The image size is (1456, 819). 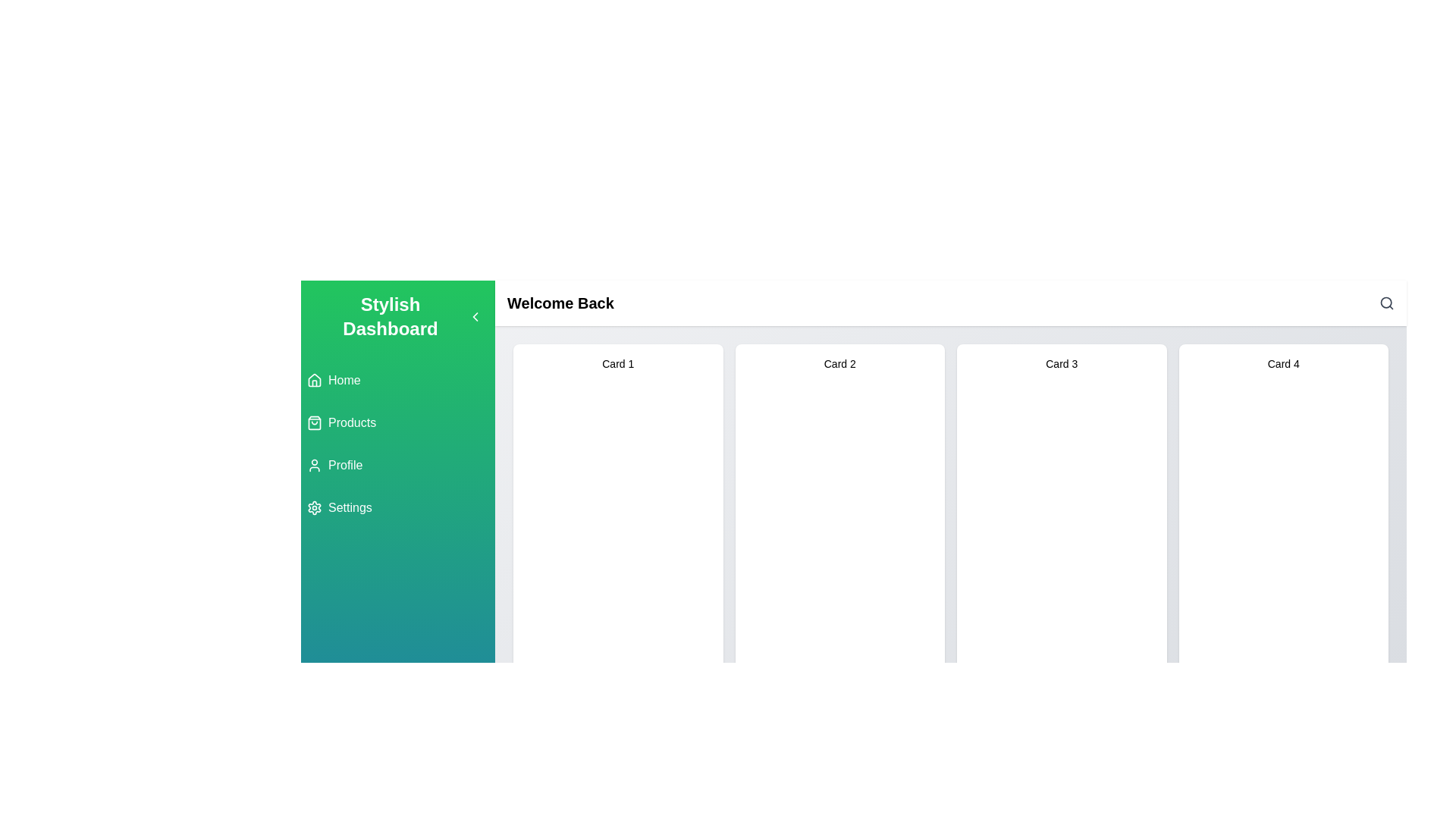 I want to click on the button for navigating to the previous view in the header bar, located at the top-right corner of the green area of the sidebar, so click(x=475, y=315).